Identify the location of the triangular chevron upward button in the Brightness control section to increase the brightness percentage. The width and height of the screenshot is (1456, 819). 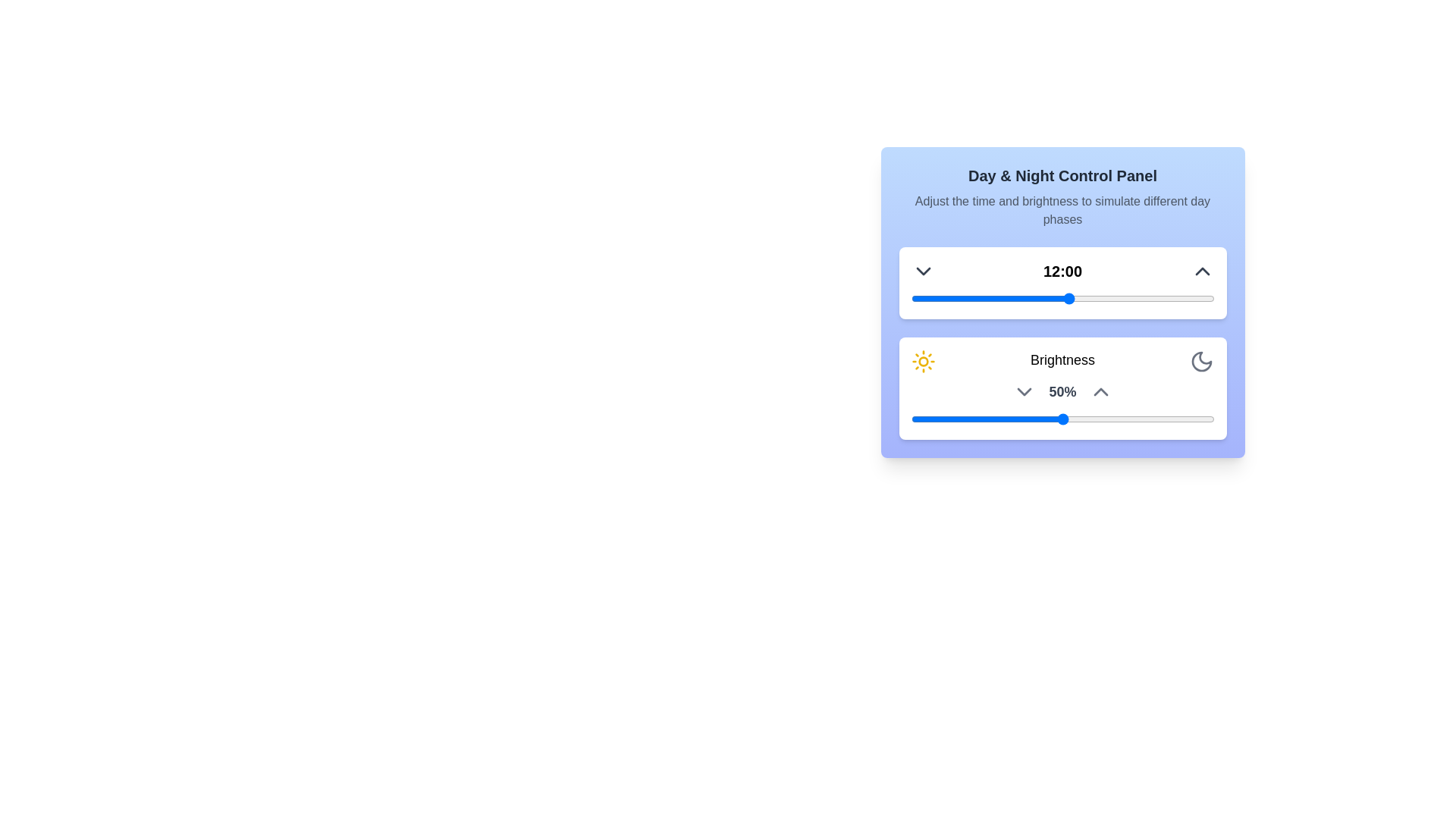
(1100, 391).